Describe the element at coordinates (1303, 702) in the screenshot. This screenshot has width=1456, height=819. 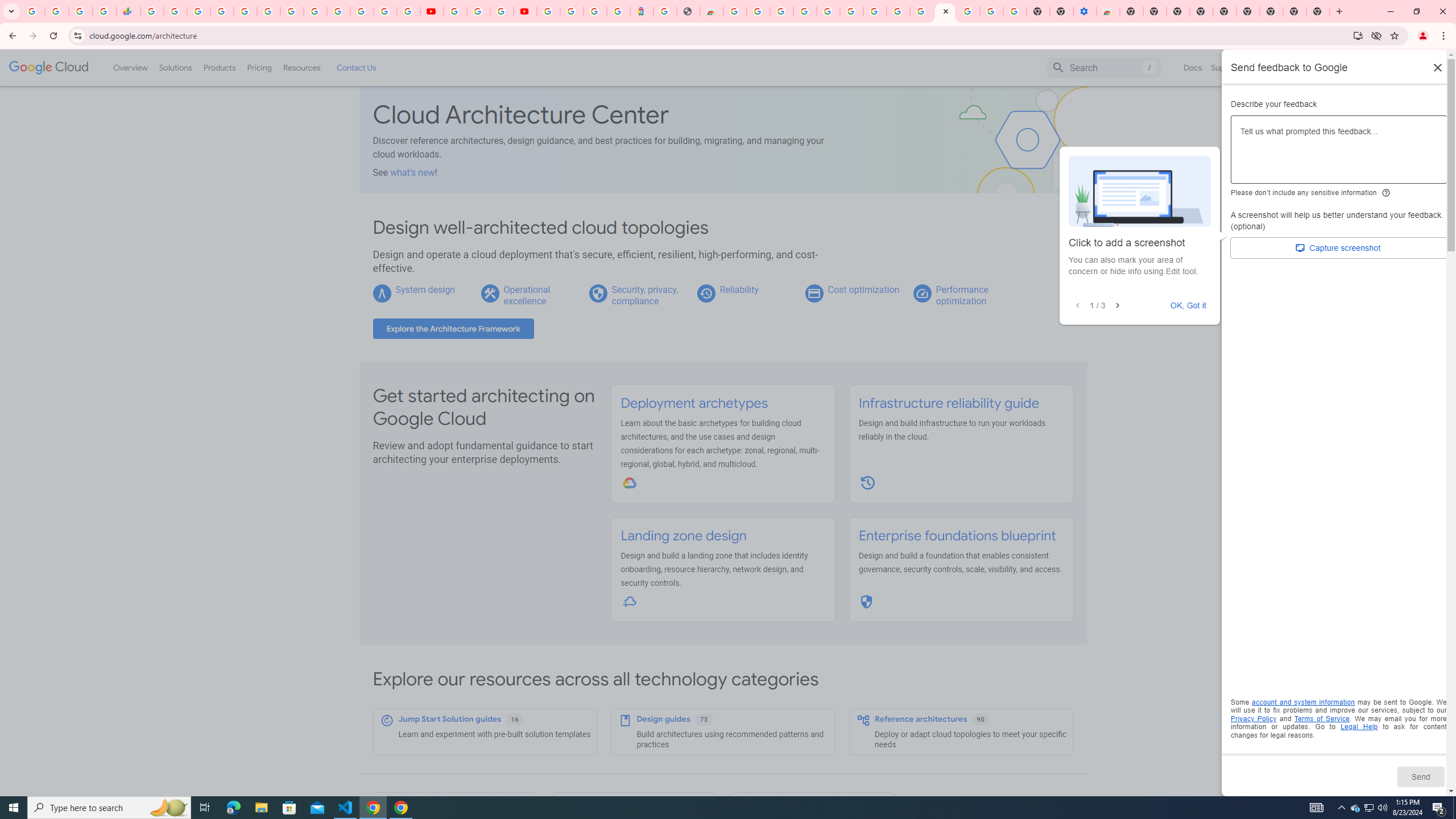
I see `'account and system information'` at that location.